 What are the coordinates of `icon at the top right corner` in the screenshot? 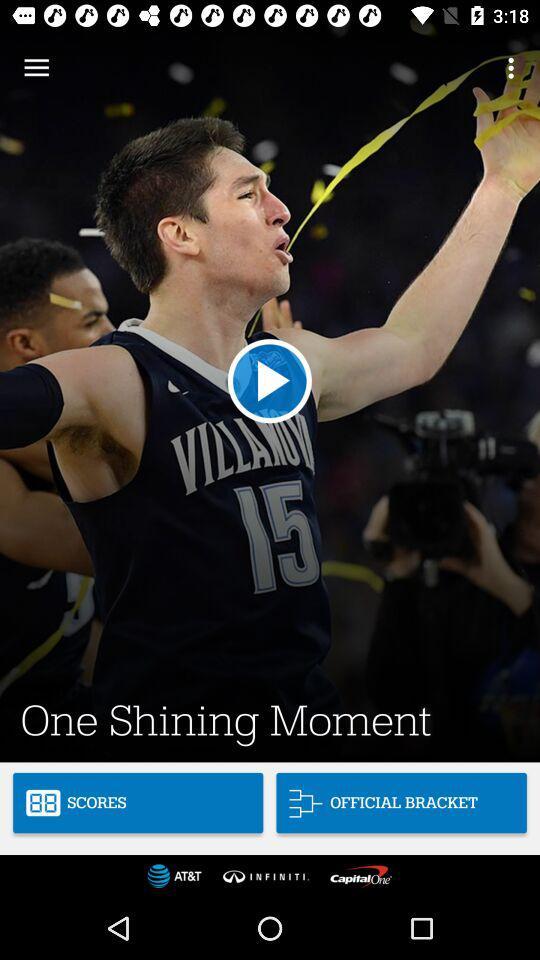 It's located at (513, 68).